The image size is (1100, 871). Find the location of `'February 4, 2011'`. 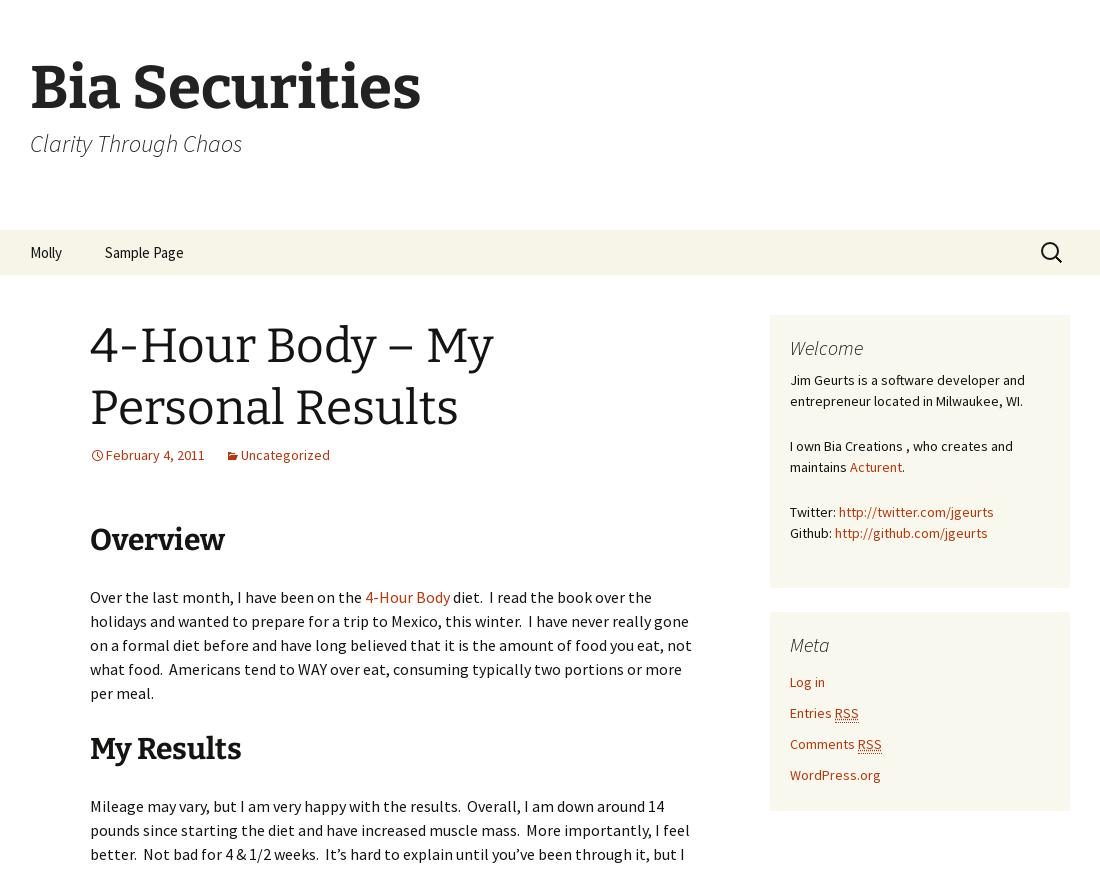

'February 4, 2011' is located at coordinates (154, 453).